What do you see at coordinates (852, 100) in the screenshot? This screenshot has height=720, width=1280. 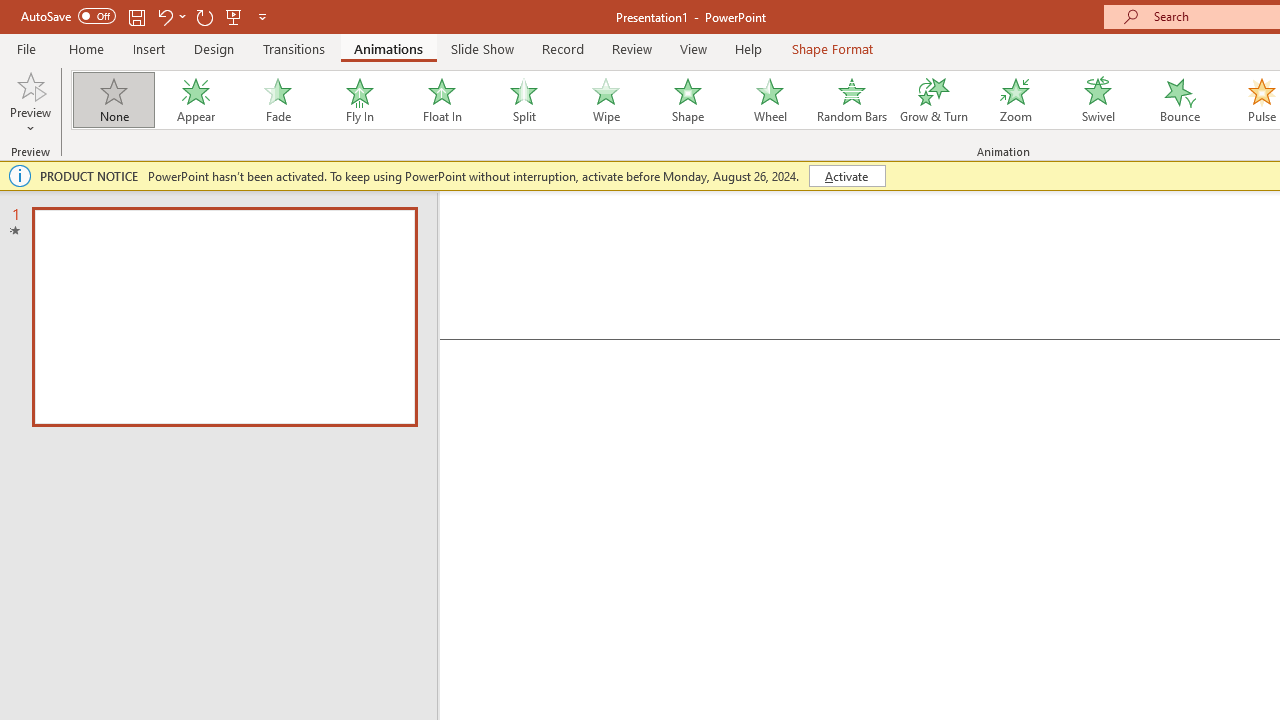 I see `'Random Bars'` at bounding box center [852, 100].